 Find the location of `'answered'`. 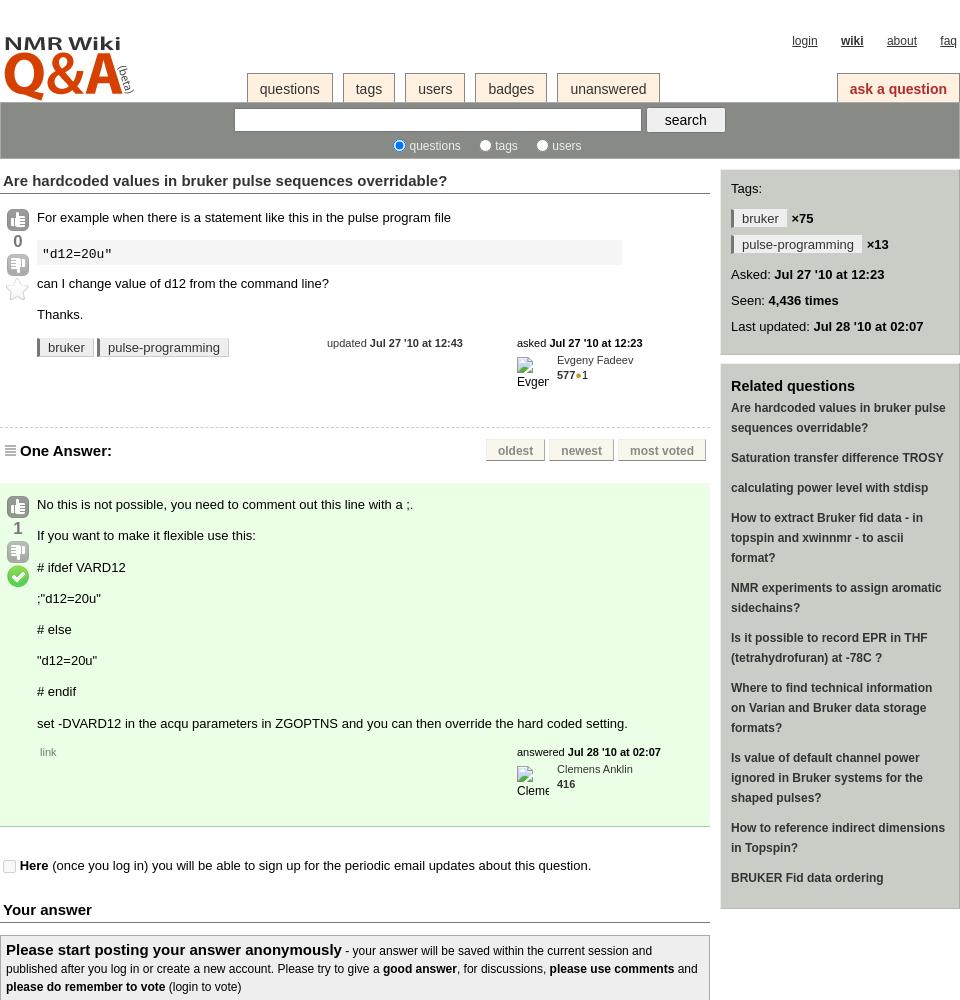

'answered' is located at coordinates (542, 751).